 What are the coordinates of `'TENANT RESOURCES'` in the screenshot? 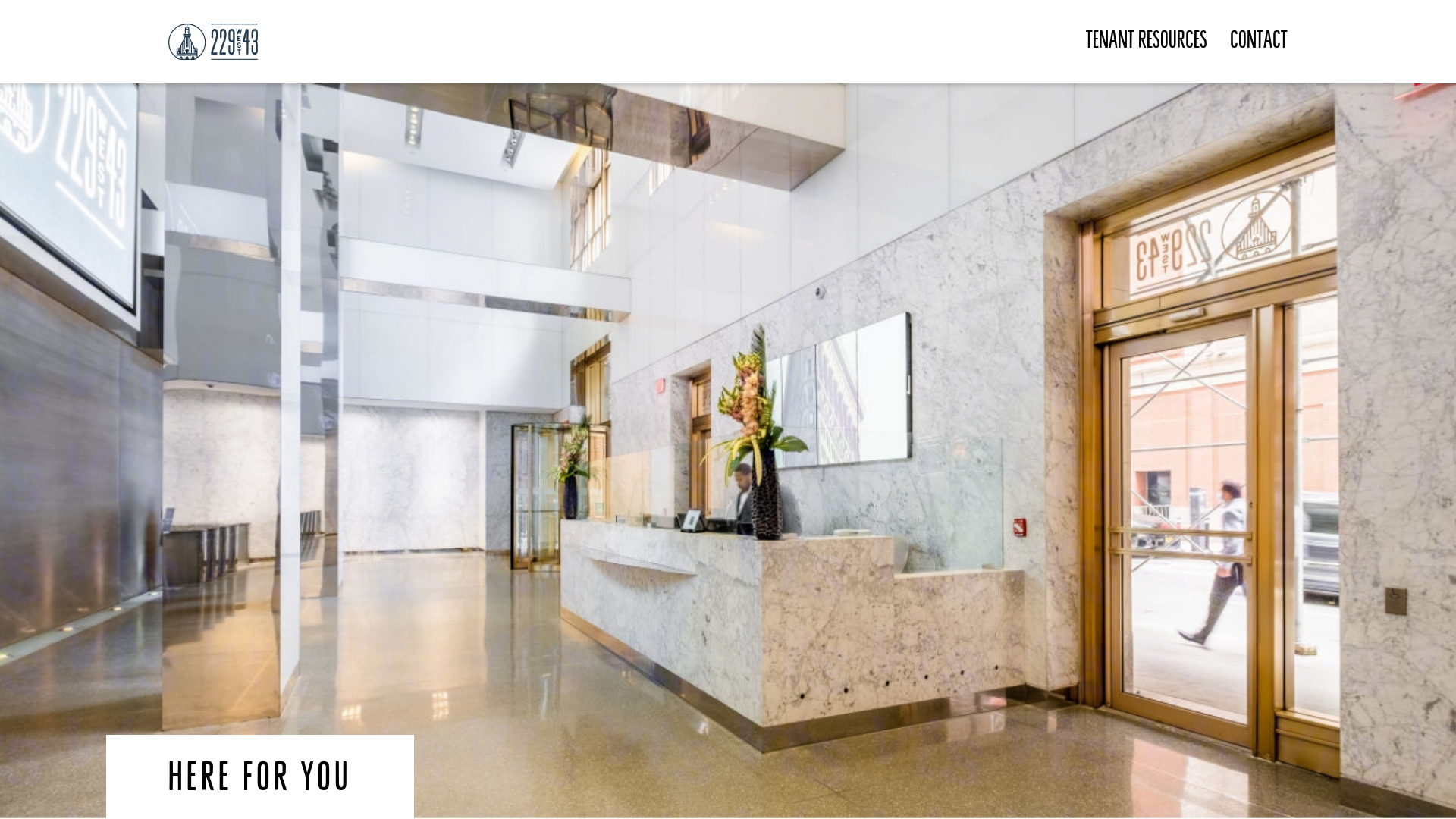 It's located at (1084, 41).